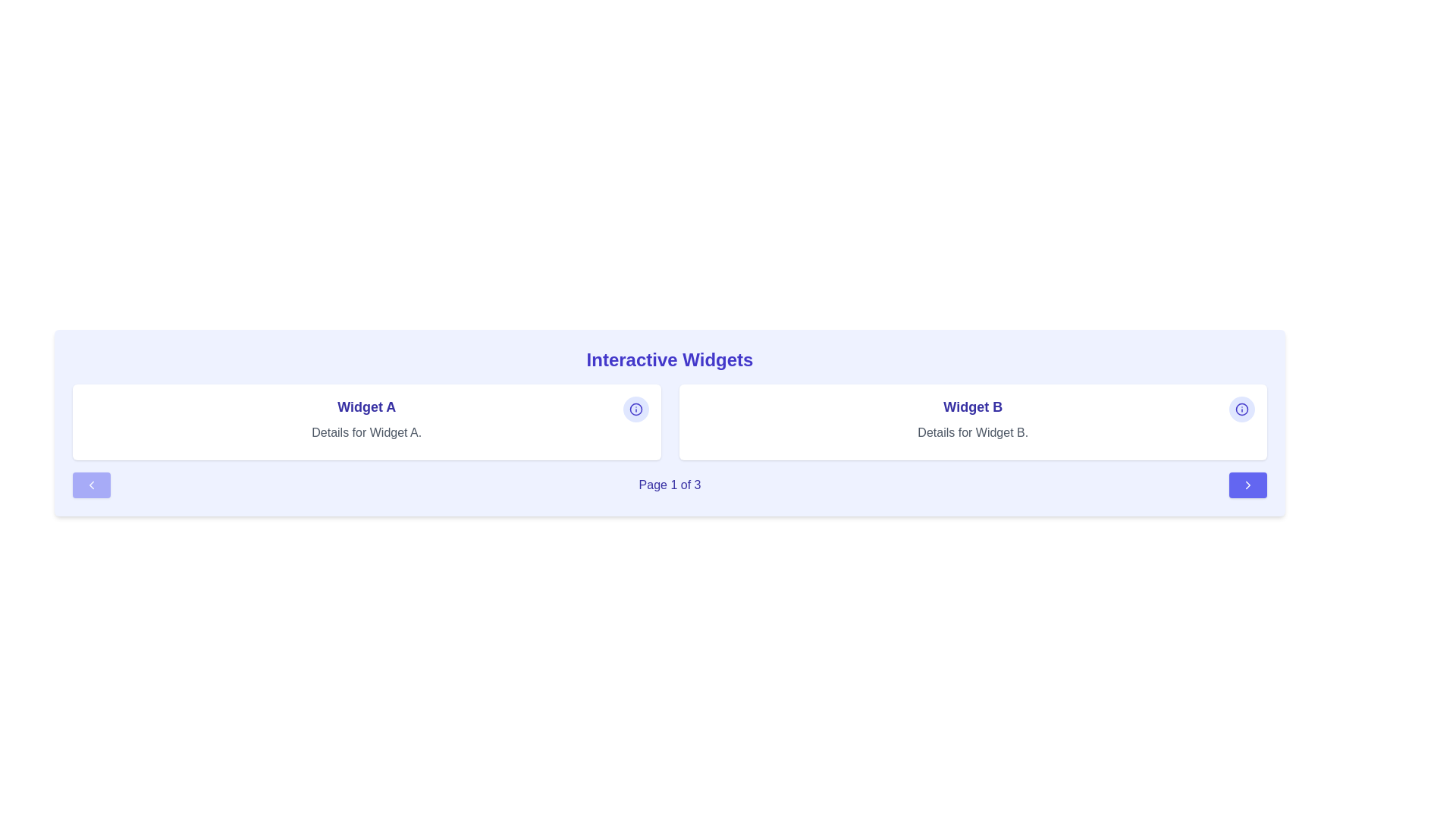  I want to click on the navigation icon button located at the bottom-right of the interface, inside a blue circular button, so click(1248, 485).